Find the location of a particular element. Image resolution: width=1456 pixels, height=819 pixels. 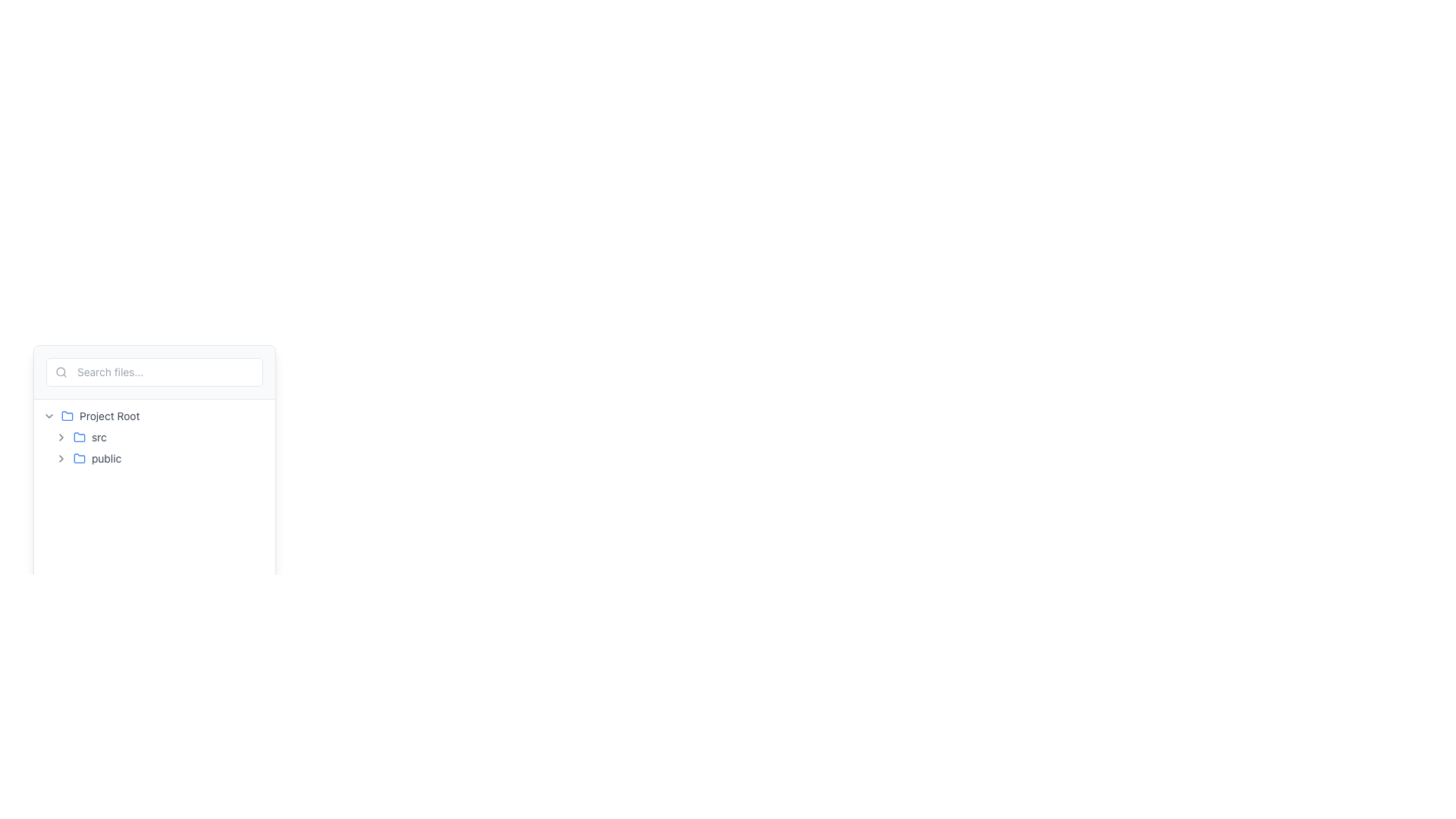

the 'src' folder is located at coordinates (154, 438).